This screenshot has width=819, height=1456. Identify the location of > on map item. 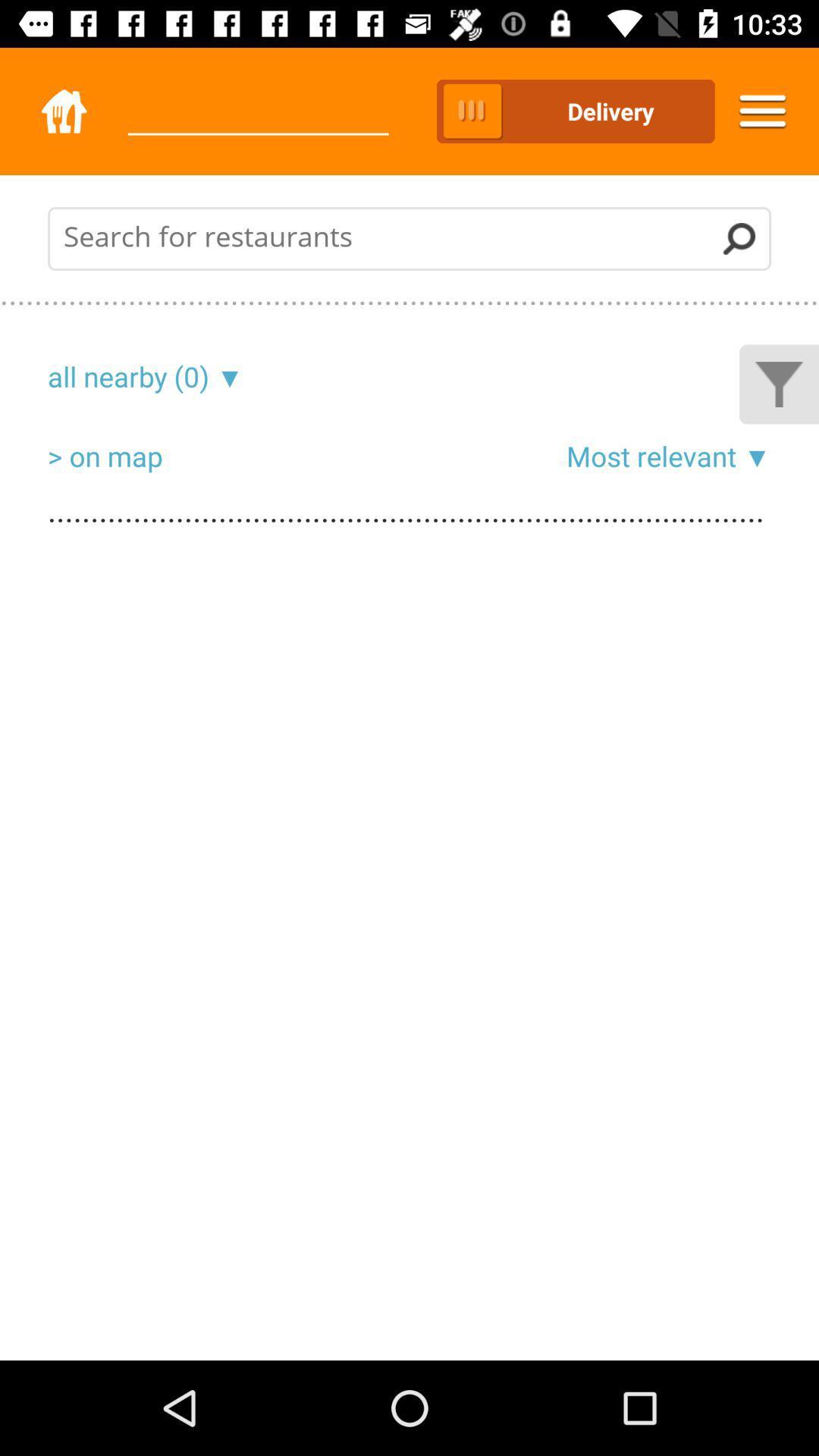
(104, 455).